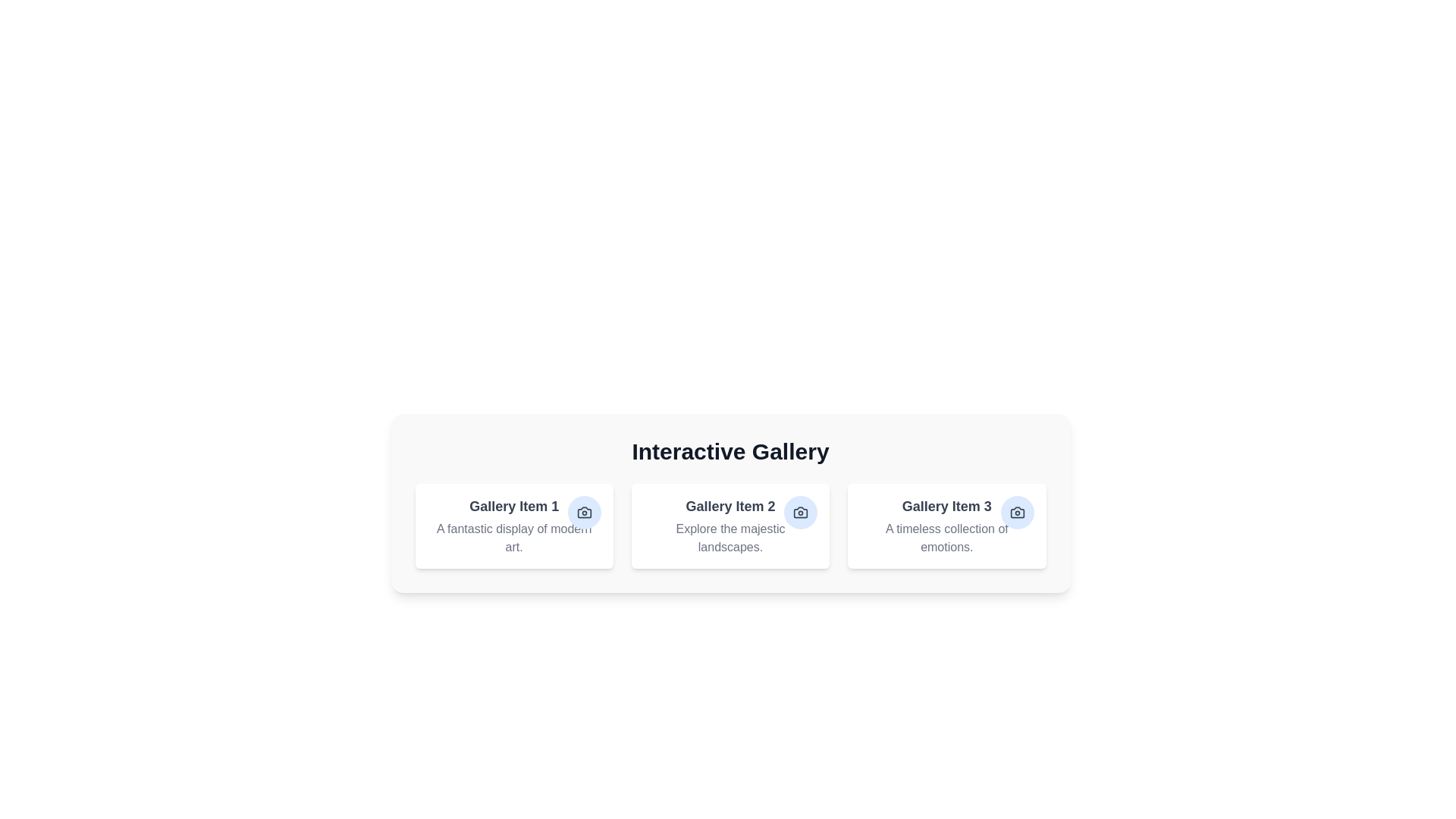 This screenshot has height=819, width=1456. Describe the element at coordinates (513, 526) in the screenshot. I see `the gallery item with the title Gallery Item 1` at that location.